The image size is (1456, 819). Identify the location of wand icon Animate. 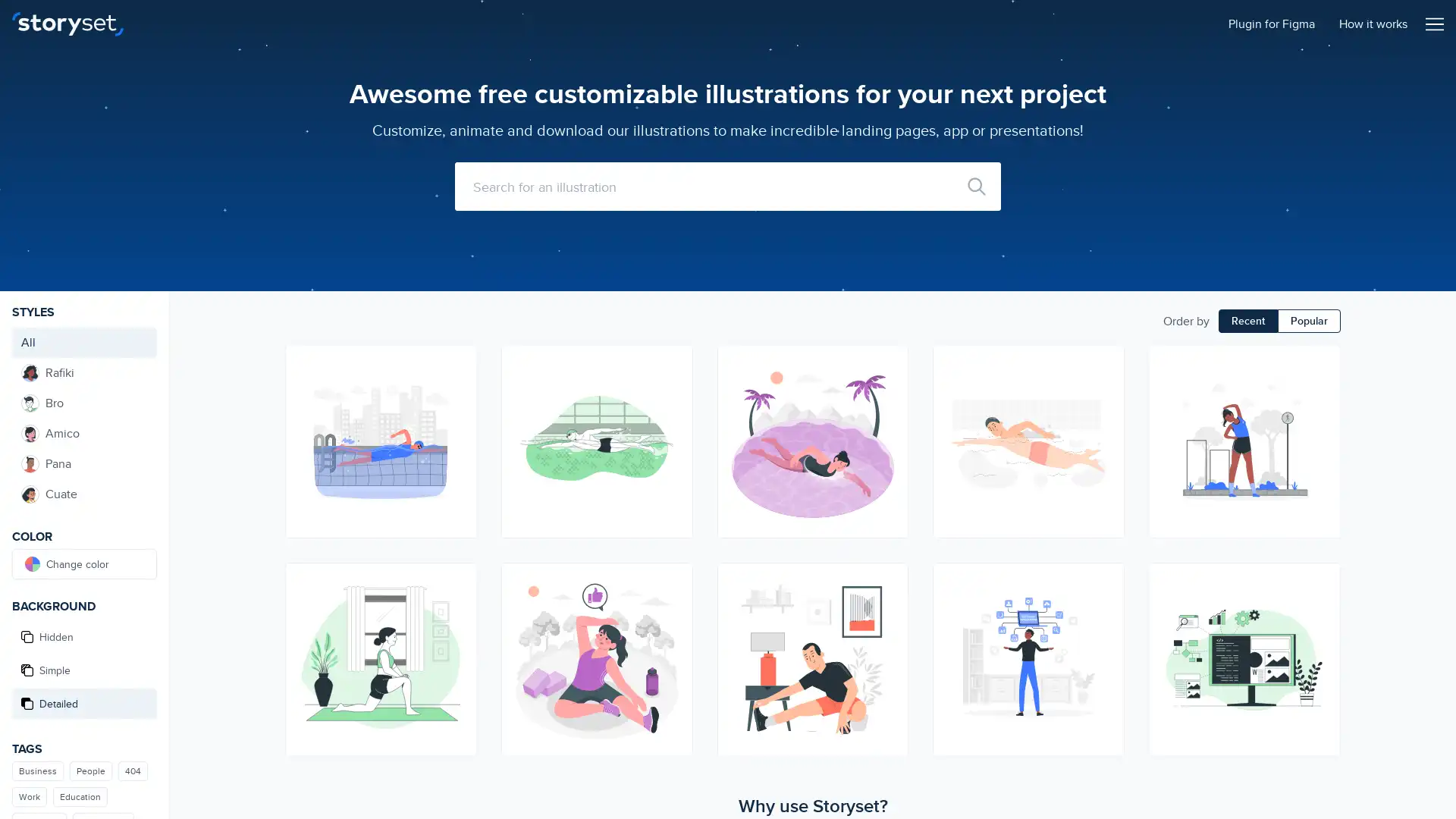
(1320, 580).